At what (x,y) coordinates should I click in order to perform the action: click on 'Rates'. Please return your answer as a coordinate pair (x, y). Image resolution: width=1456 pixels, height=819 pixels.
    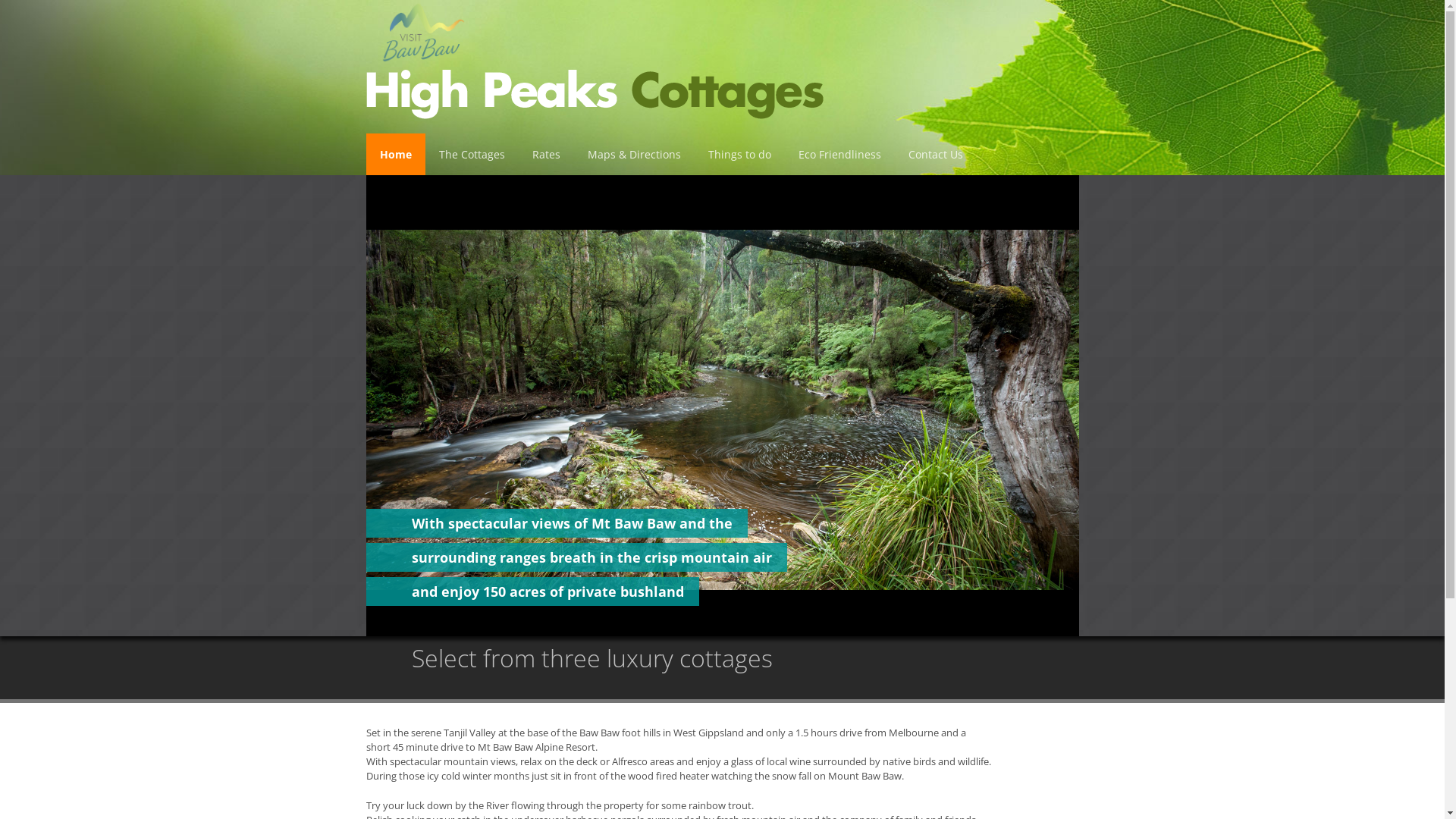
    Looking at the image, I should click on (546, 154).